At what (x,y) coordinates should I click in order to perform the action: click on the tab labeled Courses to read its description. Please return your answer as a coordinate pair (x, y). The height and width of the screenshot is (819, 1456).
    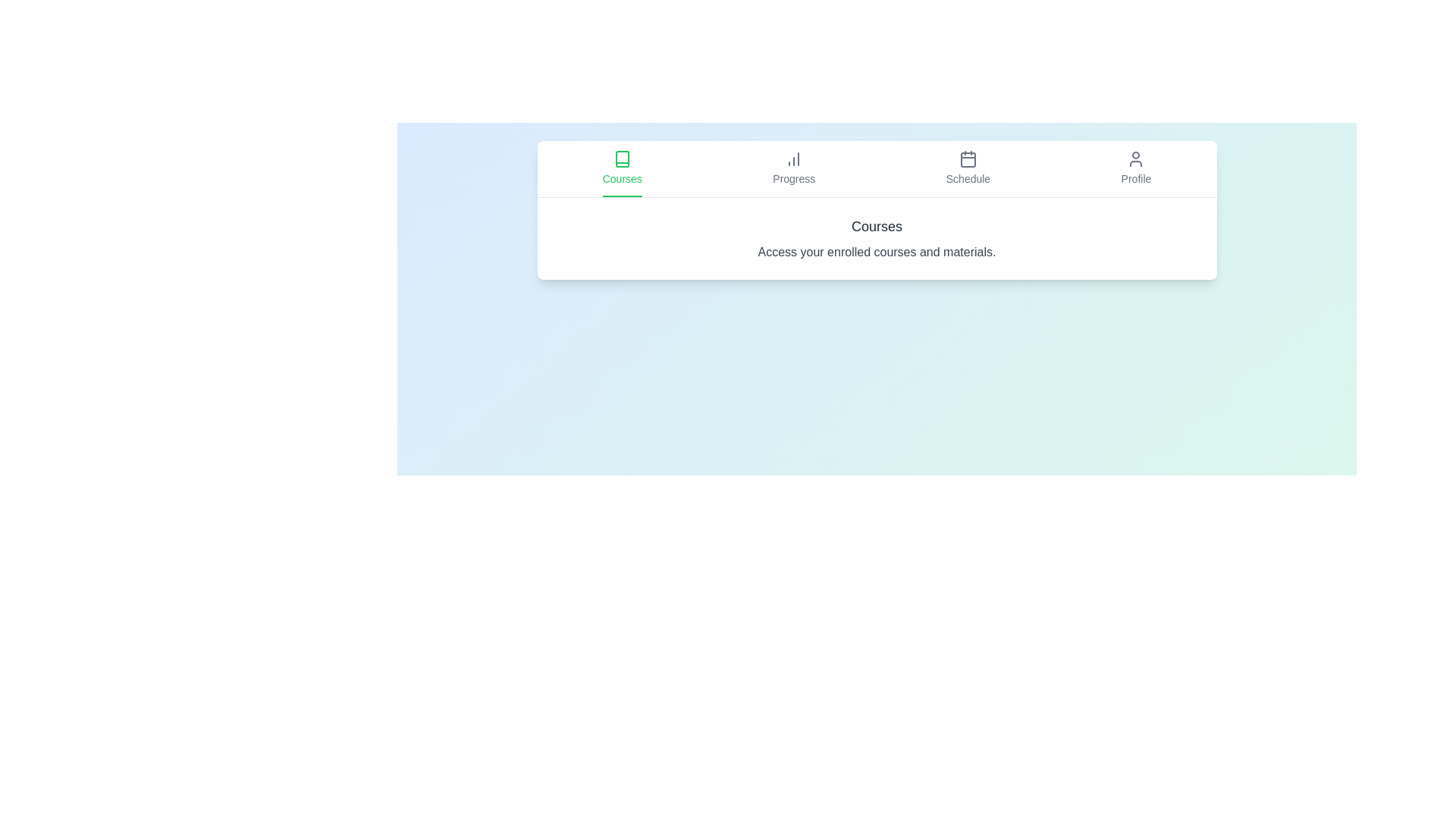
    Looking at the image, I should click on (622, 169).